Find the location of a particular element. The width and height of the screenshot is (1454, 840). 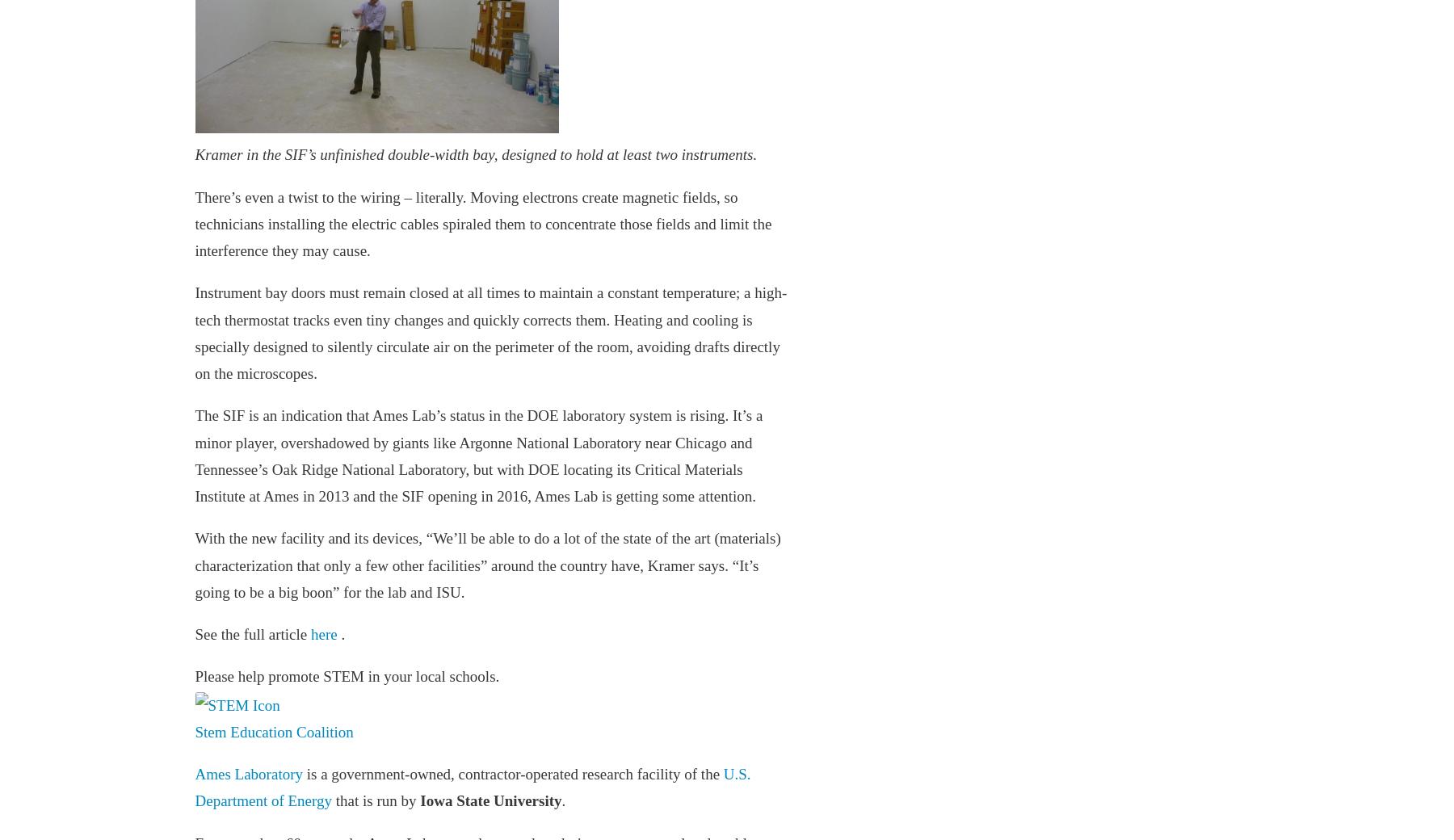

'Iowa State University' is located at coordinates (490, 800).